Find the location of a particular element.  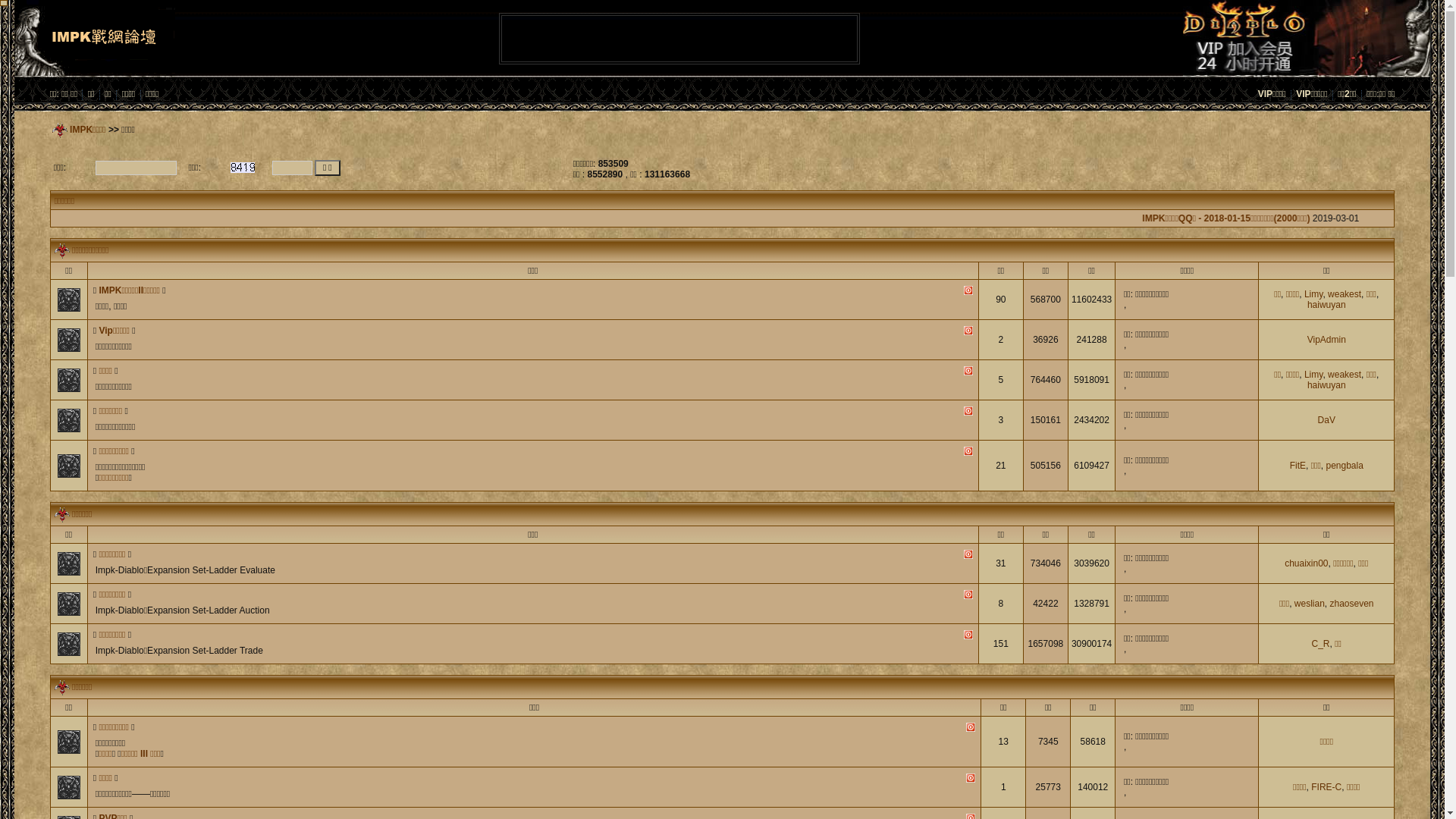

'FitE' is located at coordinates (1297, 464).